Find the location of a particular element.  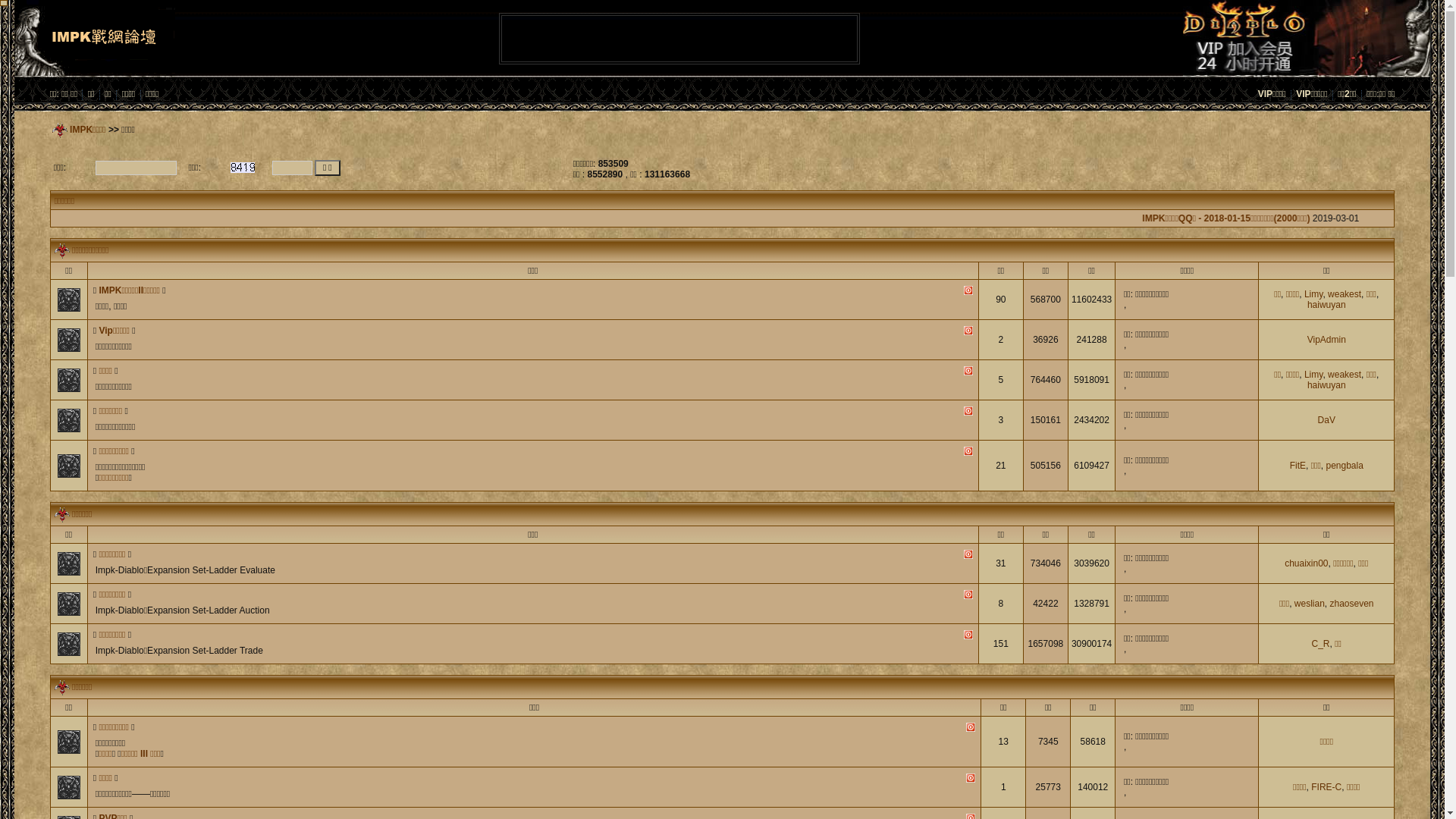

'FitE' is located at coordinates (1297, 464).